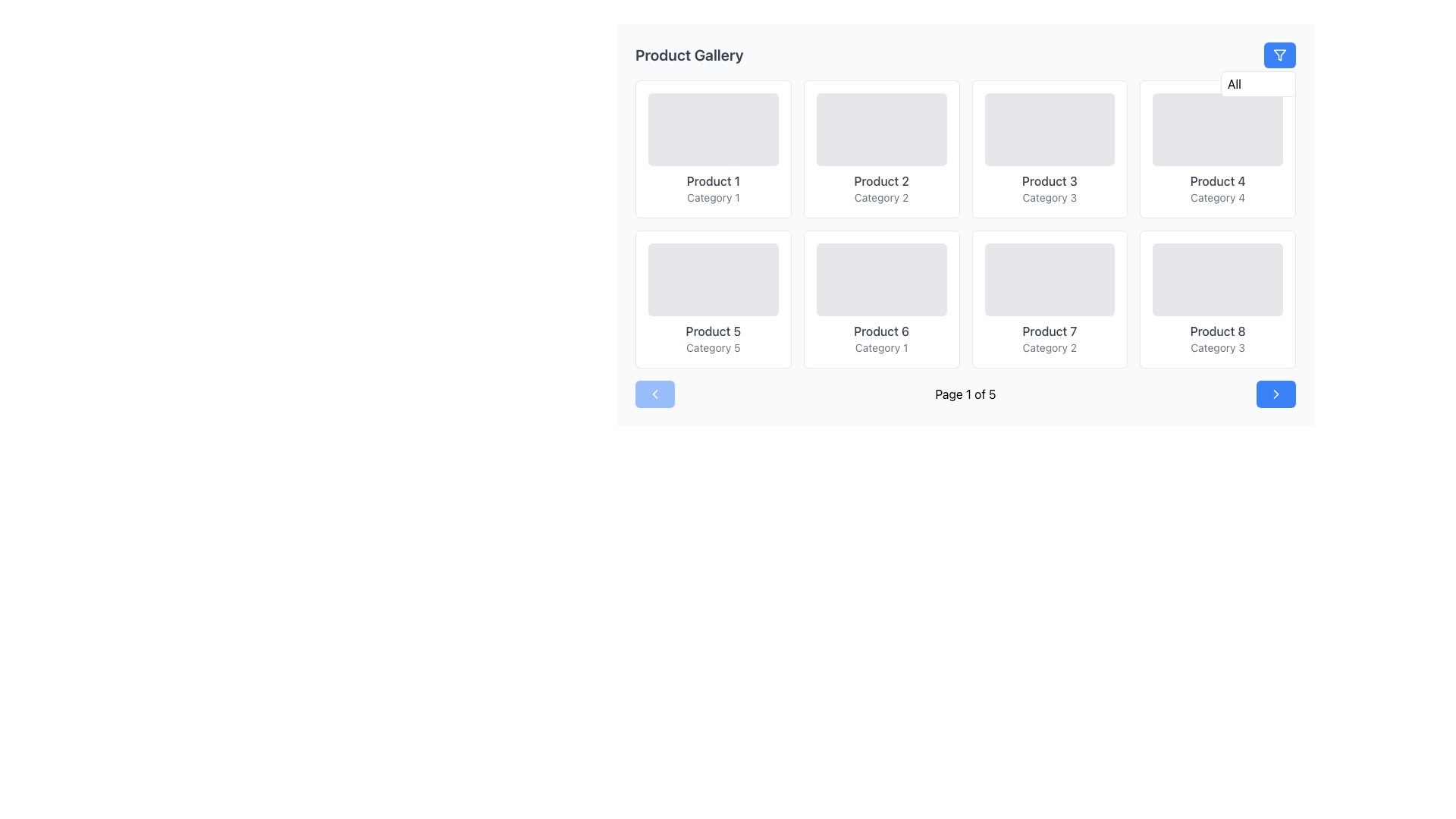 The image size is (1456, 819). I want to click on the Text Label displaying the name or title of an item, located in the second row, third column of a grid layout, positioned below an empty gray box and above 'Category 1', so click(881, 330).